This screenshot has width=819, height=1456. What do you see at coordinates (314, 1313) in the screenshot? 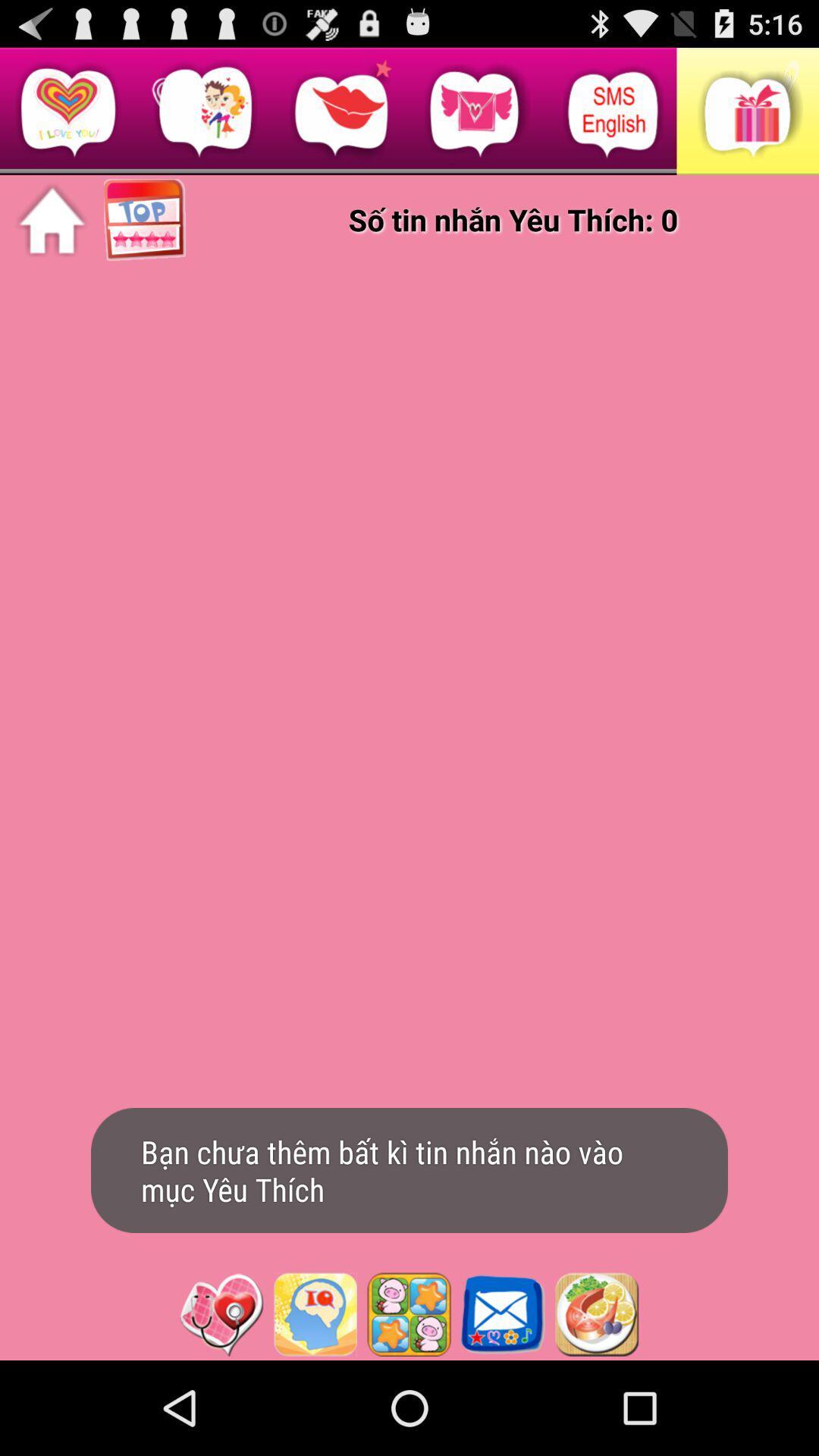
I see `option` at bounding box center [314, 1313].